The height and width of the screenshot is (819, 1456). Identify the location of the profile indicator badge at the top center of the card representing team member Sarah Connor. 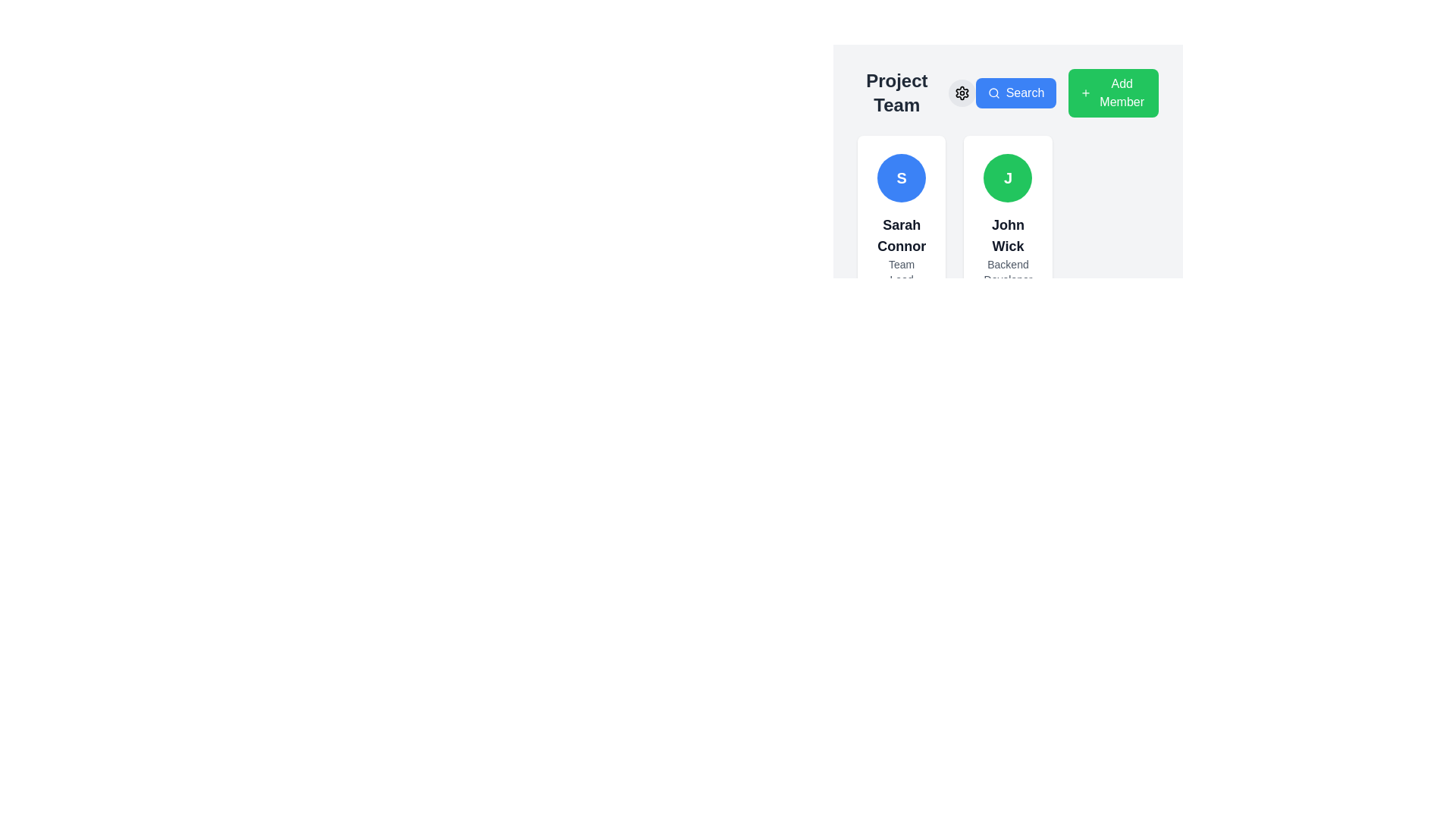
(902, 177).